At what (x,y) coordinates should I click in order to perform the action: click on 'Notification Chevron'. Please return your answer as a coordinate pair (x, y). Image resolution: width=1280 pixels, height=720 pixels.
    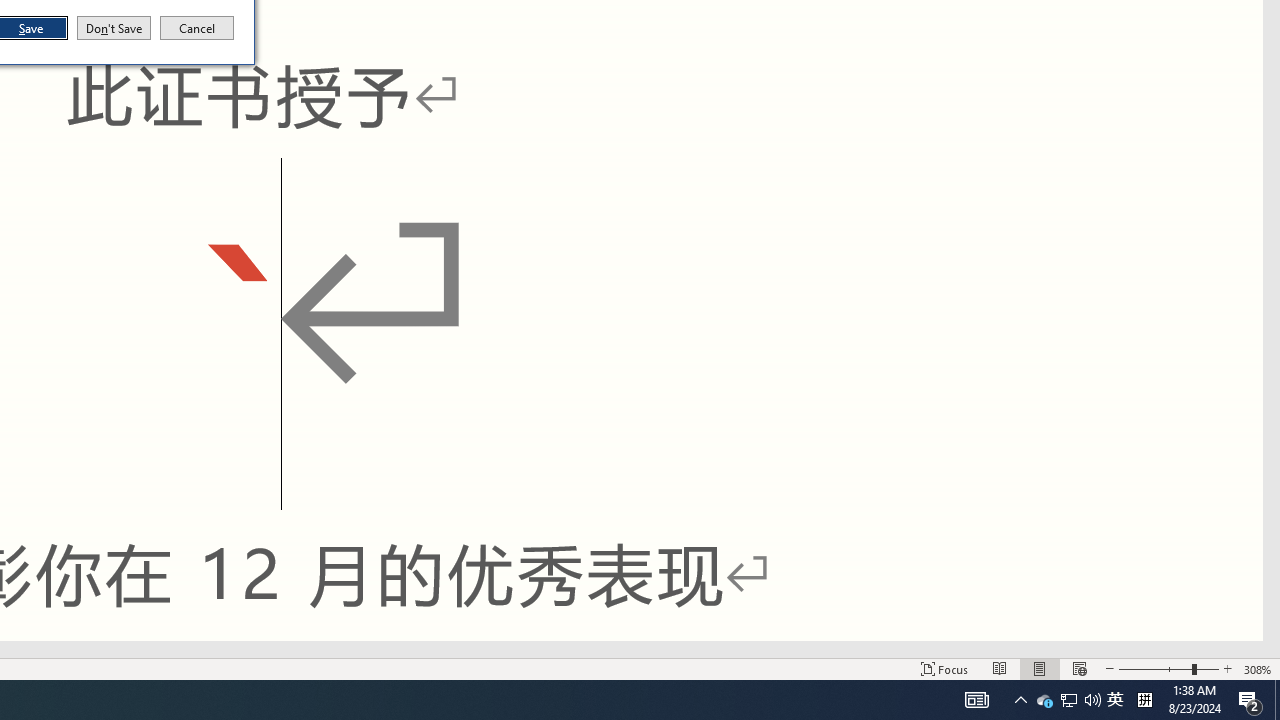
    Looking at the image, I should click on (1020, 698).